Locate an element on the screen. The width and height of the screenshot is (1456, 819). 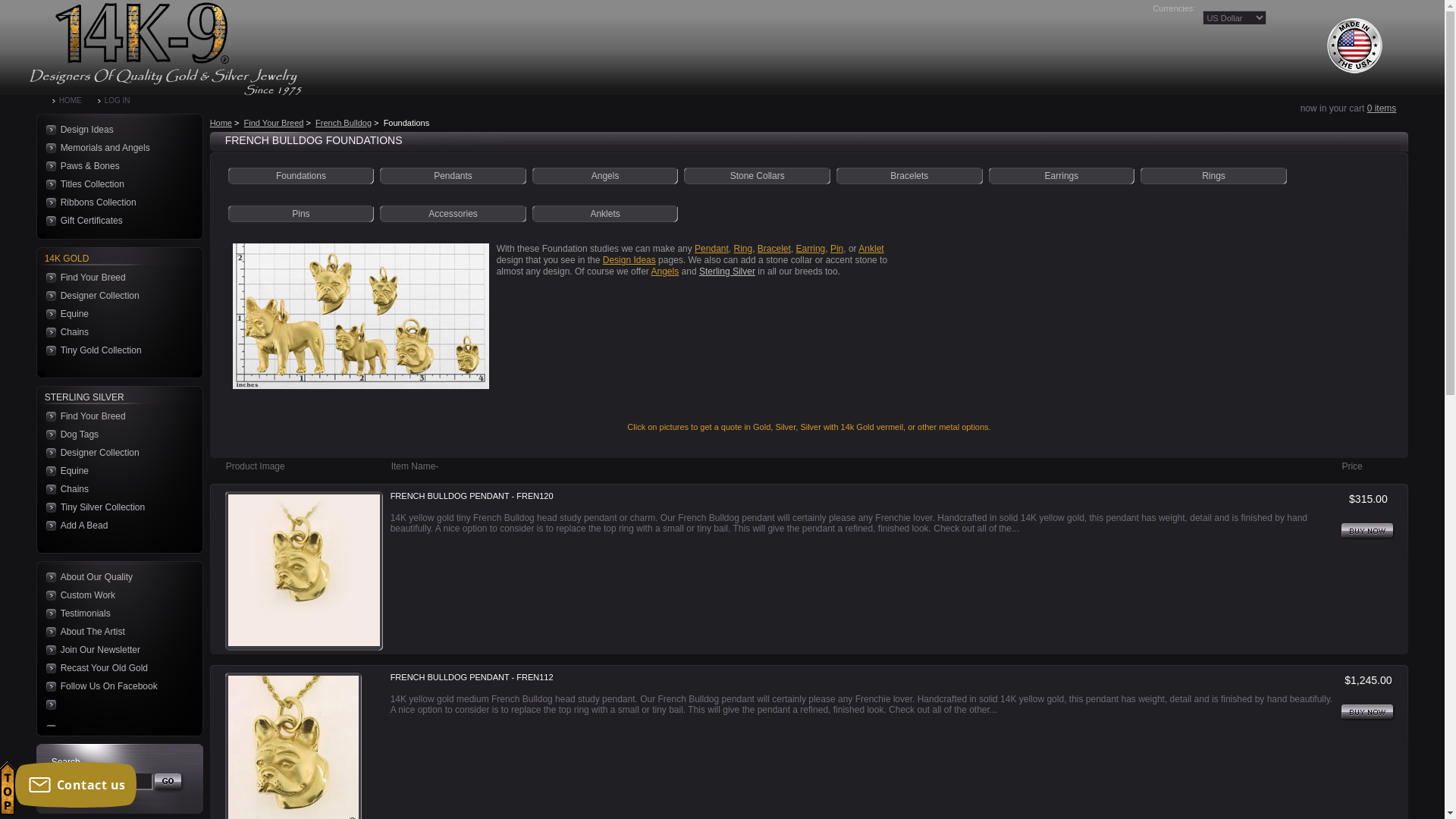
'Pins' is located at coordinates (300, 213).